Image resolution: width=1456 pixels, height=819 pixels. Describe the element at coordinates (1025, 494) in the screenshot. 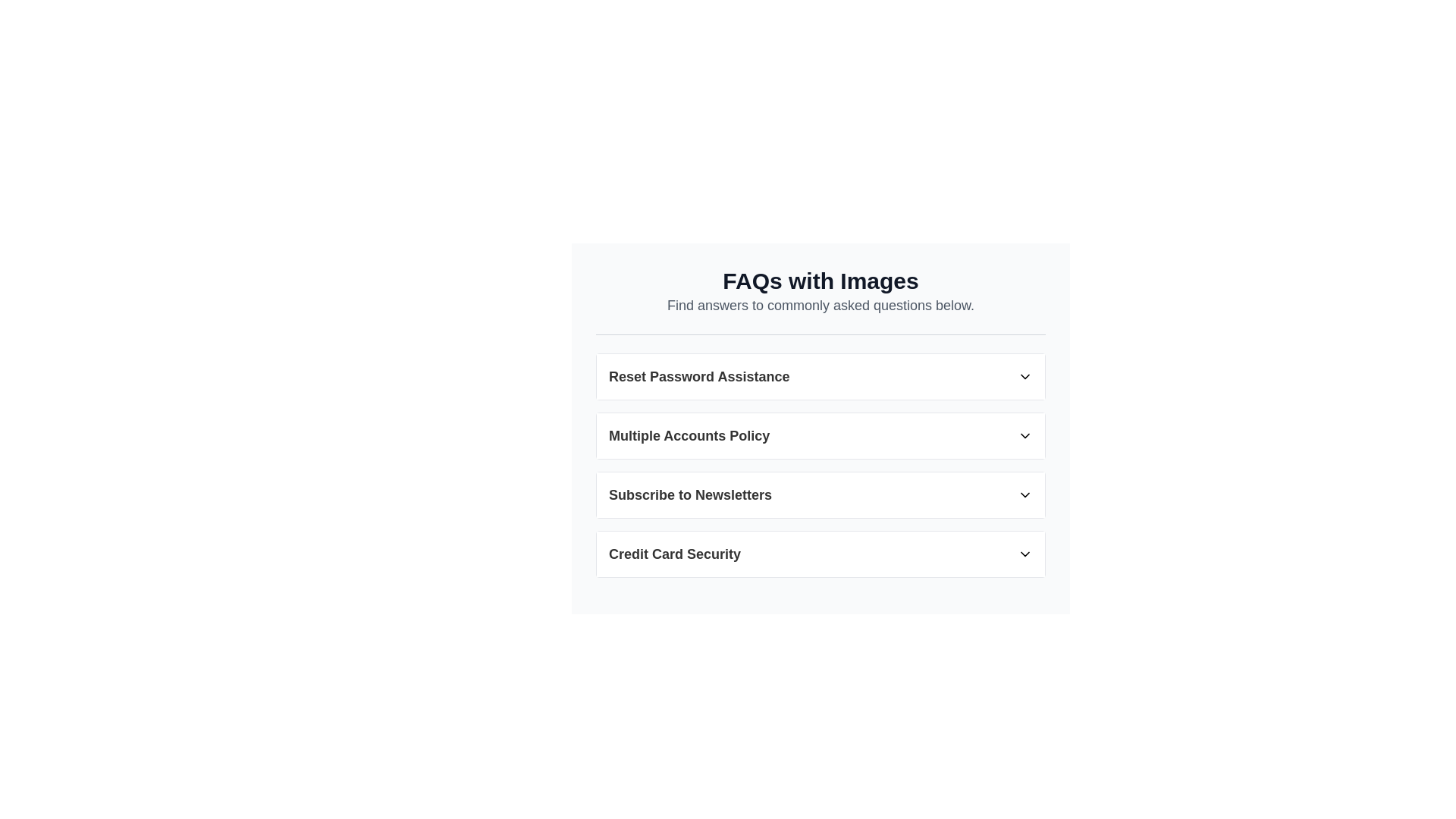

I see `the Chevron icon located to the far right of the 'Subscribe to Newsletters' section` at that location.